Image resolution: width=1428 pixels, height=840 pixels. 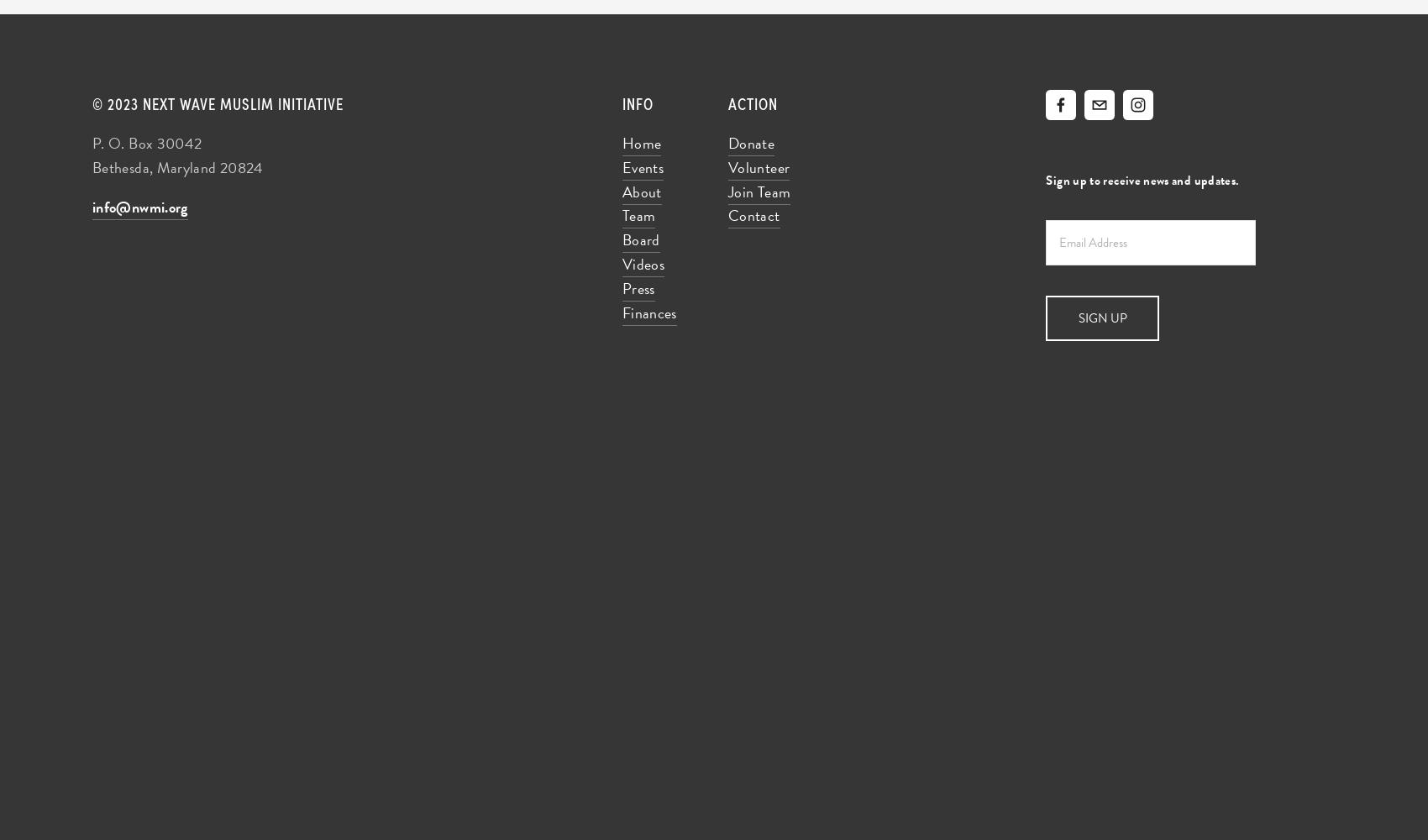 I want to click on 'Action', so click(x=752, y=102).